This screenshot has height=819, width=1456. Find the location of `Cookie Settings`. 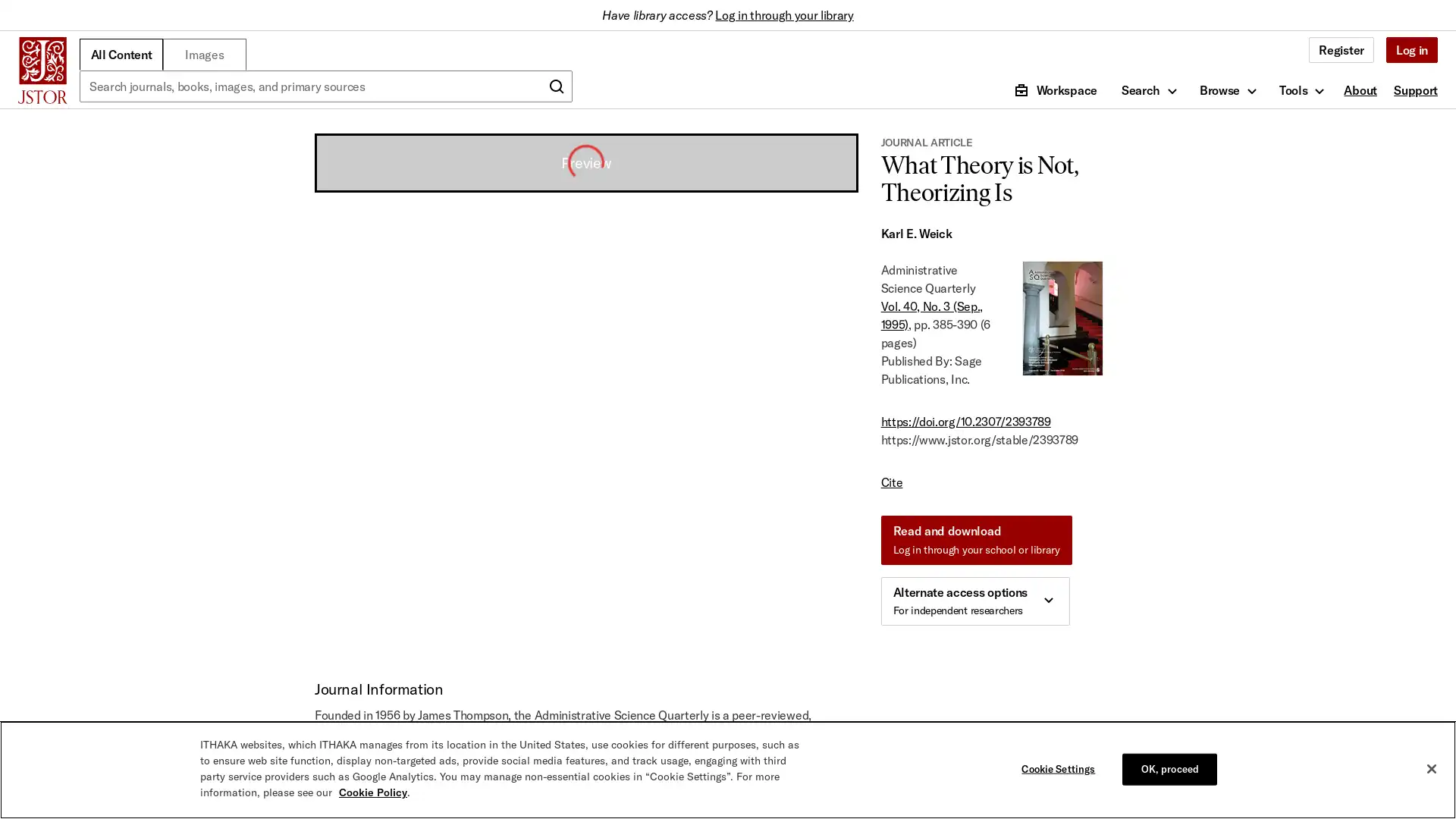

Cookie Settings is located at coordinates (1061, 769).